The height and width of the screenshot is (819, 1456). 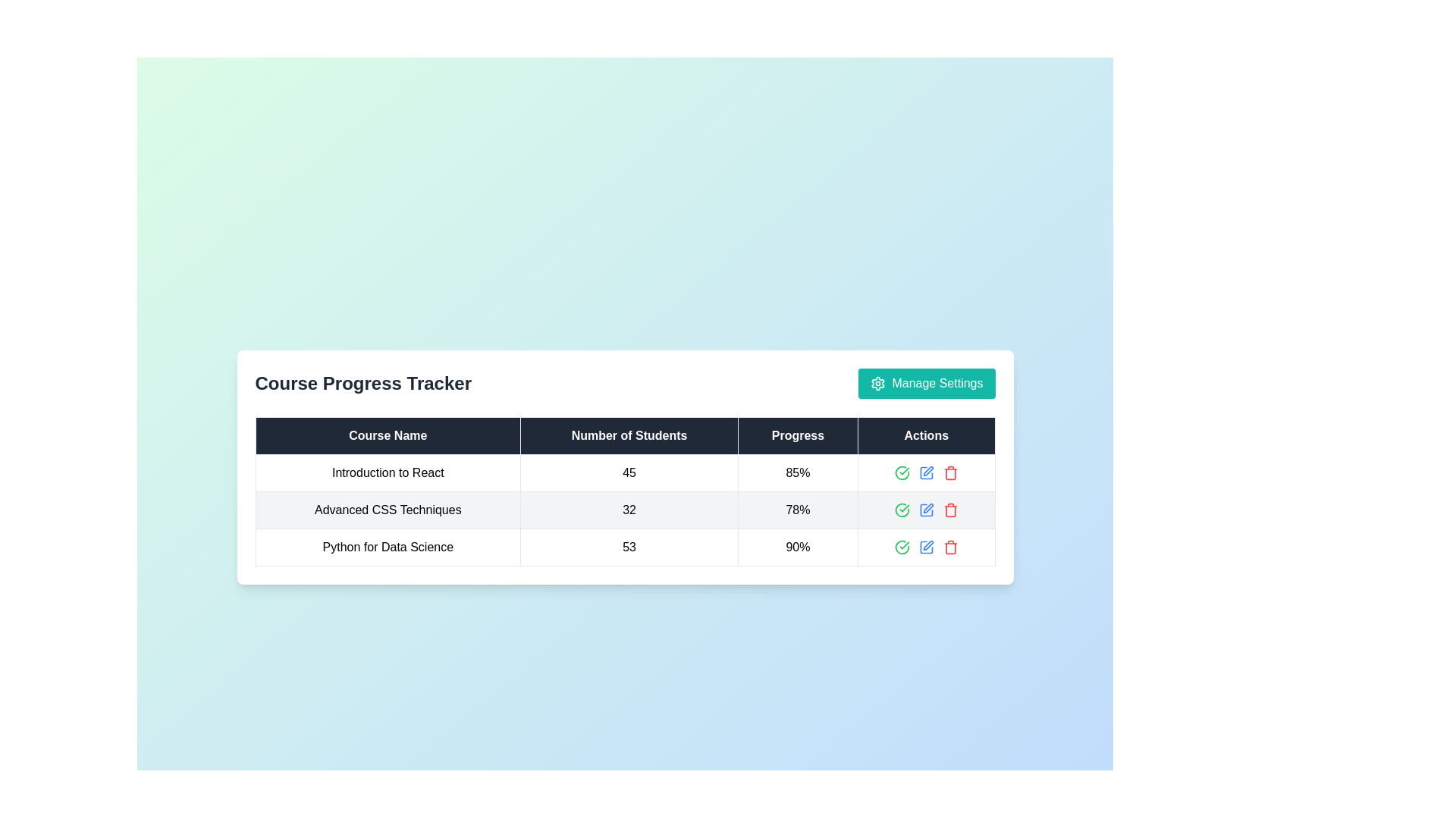 What do you see at coordinates (388, 472) in the screenshot?
I see `the static text label representing the course name in the first row of the 'Course Progress Tracker' table` at bounding box center [388, 472].